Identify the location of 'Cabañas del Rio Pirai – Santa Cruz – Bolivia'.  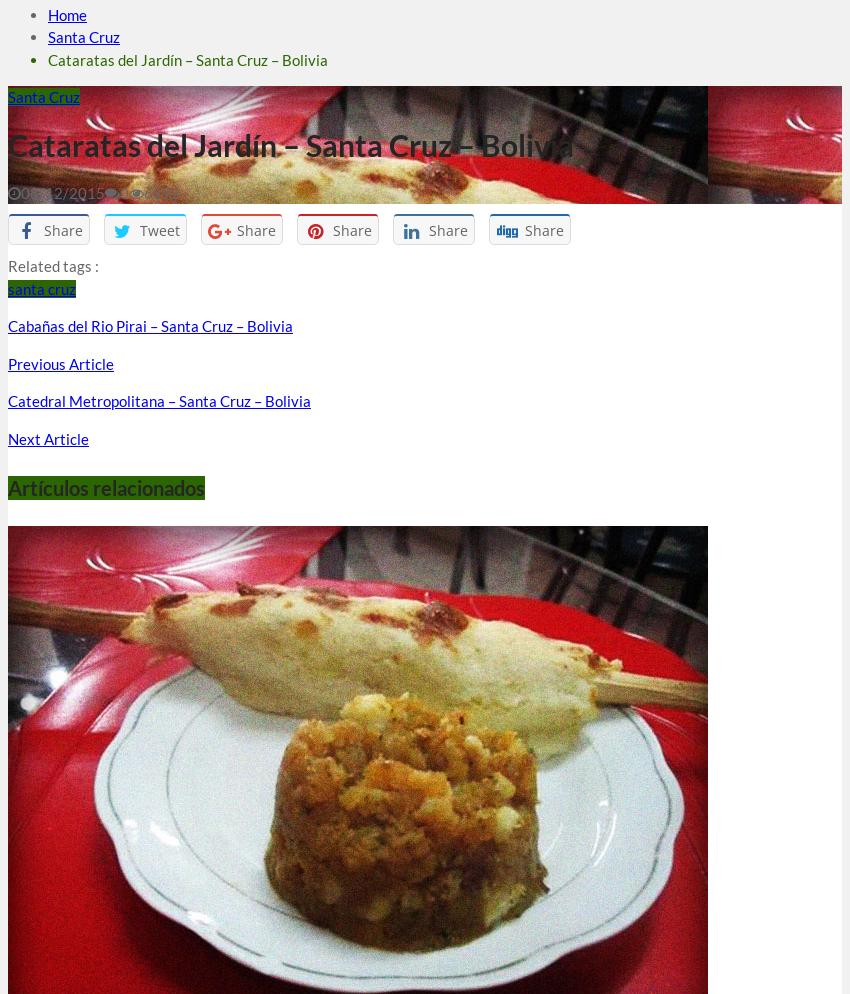
(150, 325).